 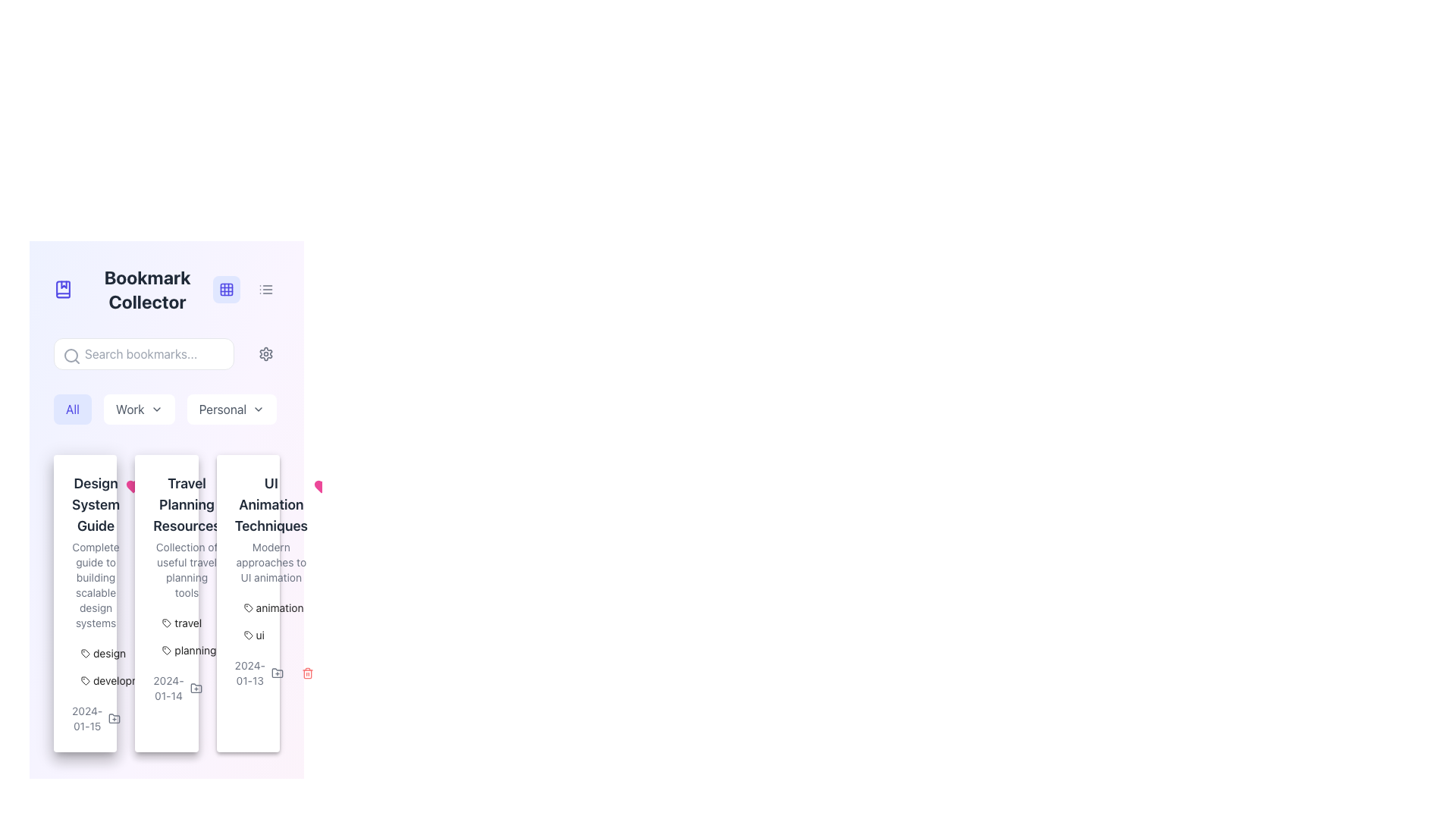 I want to click on the central icon in the 3x3 grid located to the right of the 'Bookmark Collector' header, so click(x=225, y=289).